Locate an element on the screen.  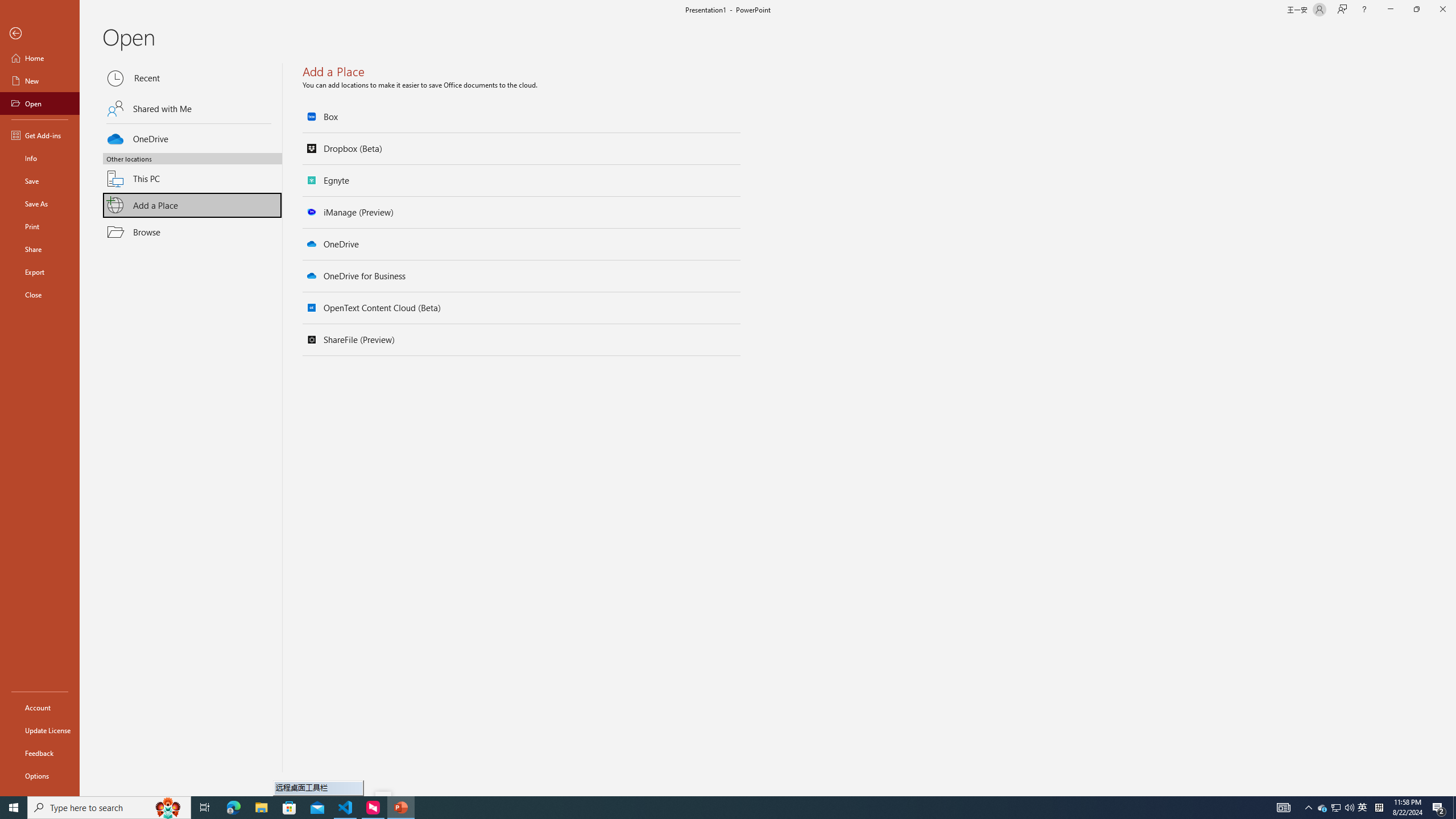
'Options' is located at coordinates (39, 775).